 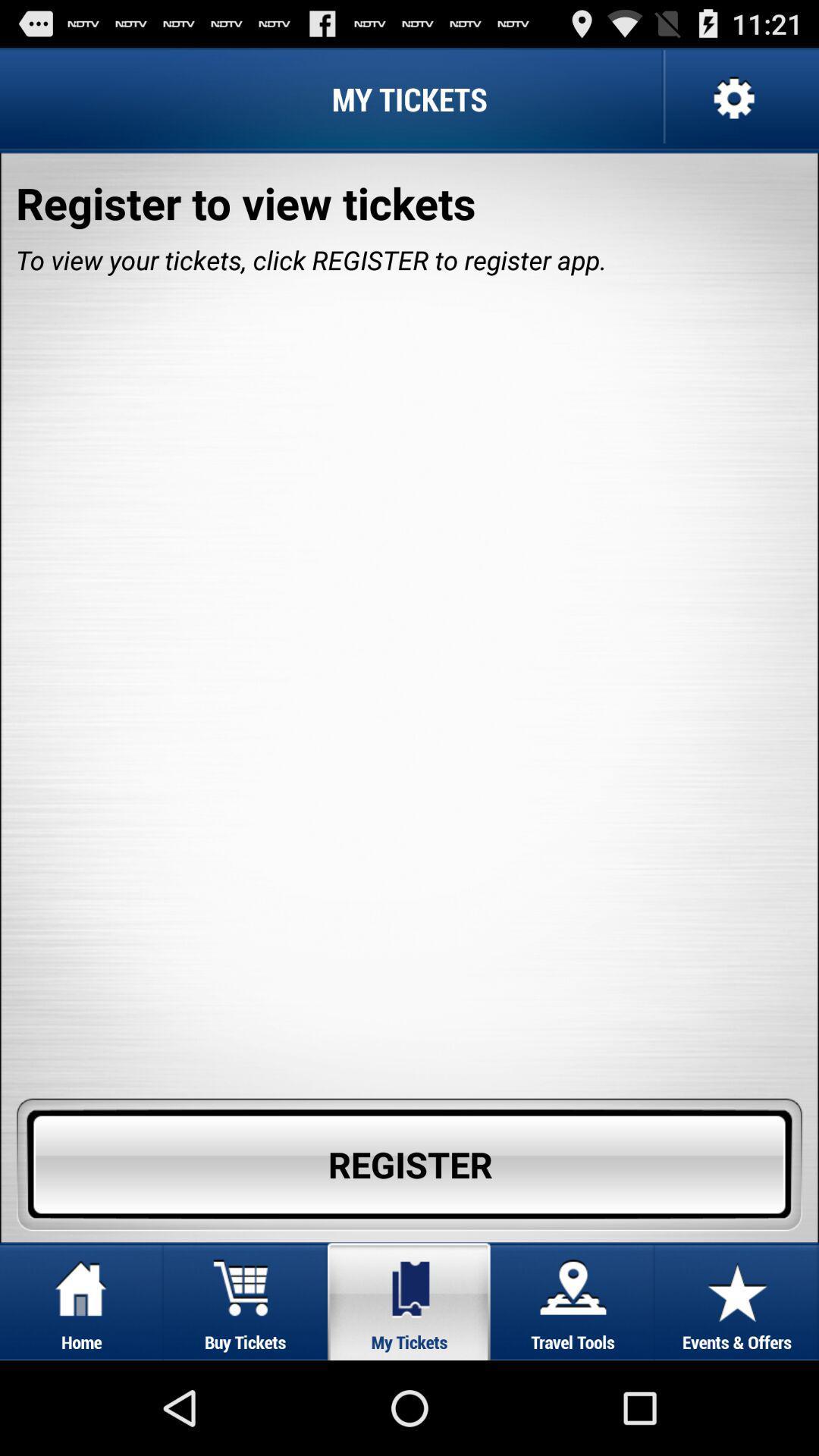 I want to click on open settings, so click(x=731, y=98).